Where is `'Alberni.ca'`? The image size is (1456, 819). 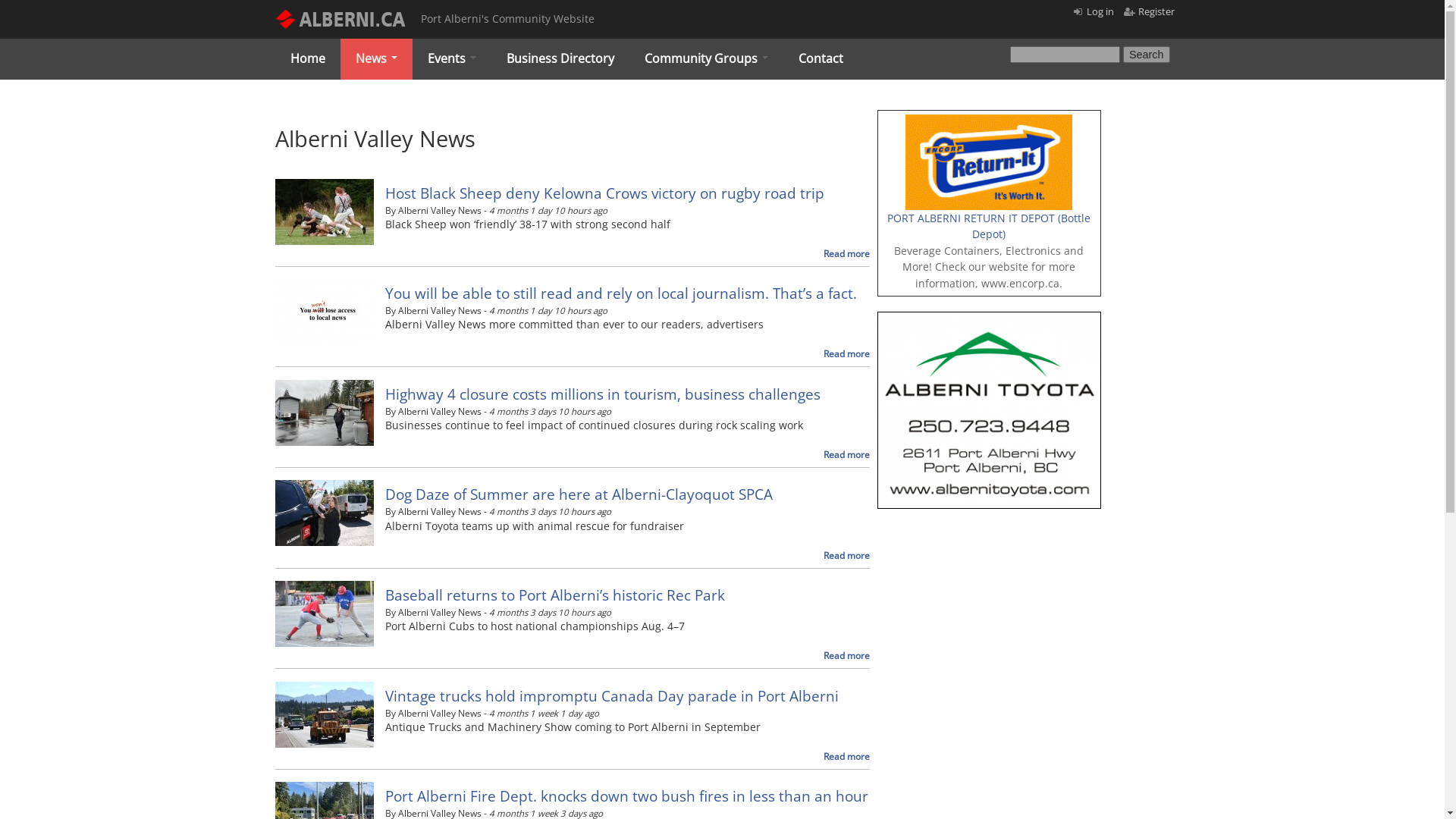 'Alberni.ca' is located at coordinates (411, 137).